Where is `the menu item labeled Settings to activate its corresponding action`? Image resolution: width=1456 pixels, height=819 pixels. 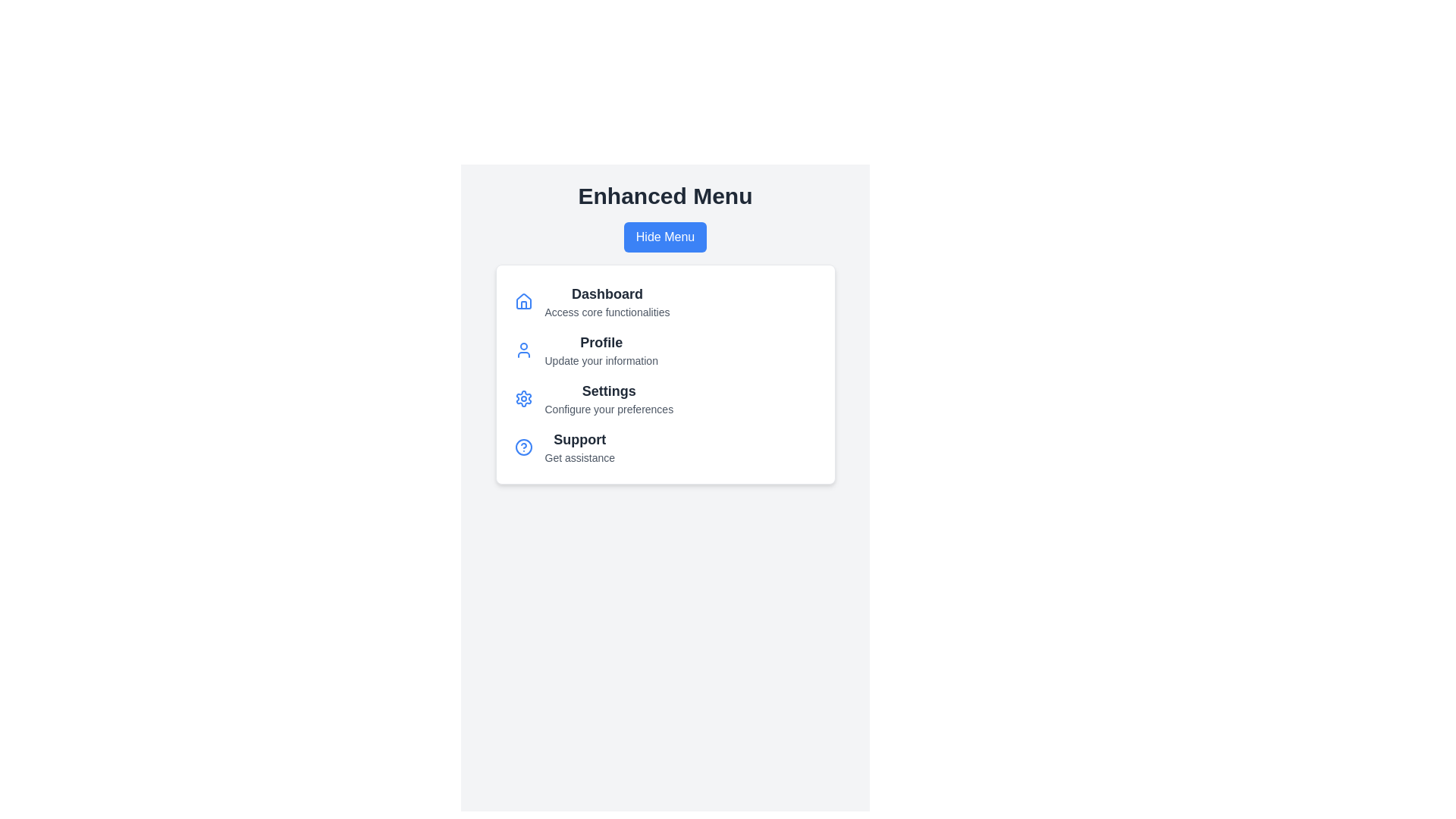
the menu item labeled Settings to activate its corresponding action is located at coordinates (609, 391).